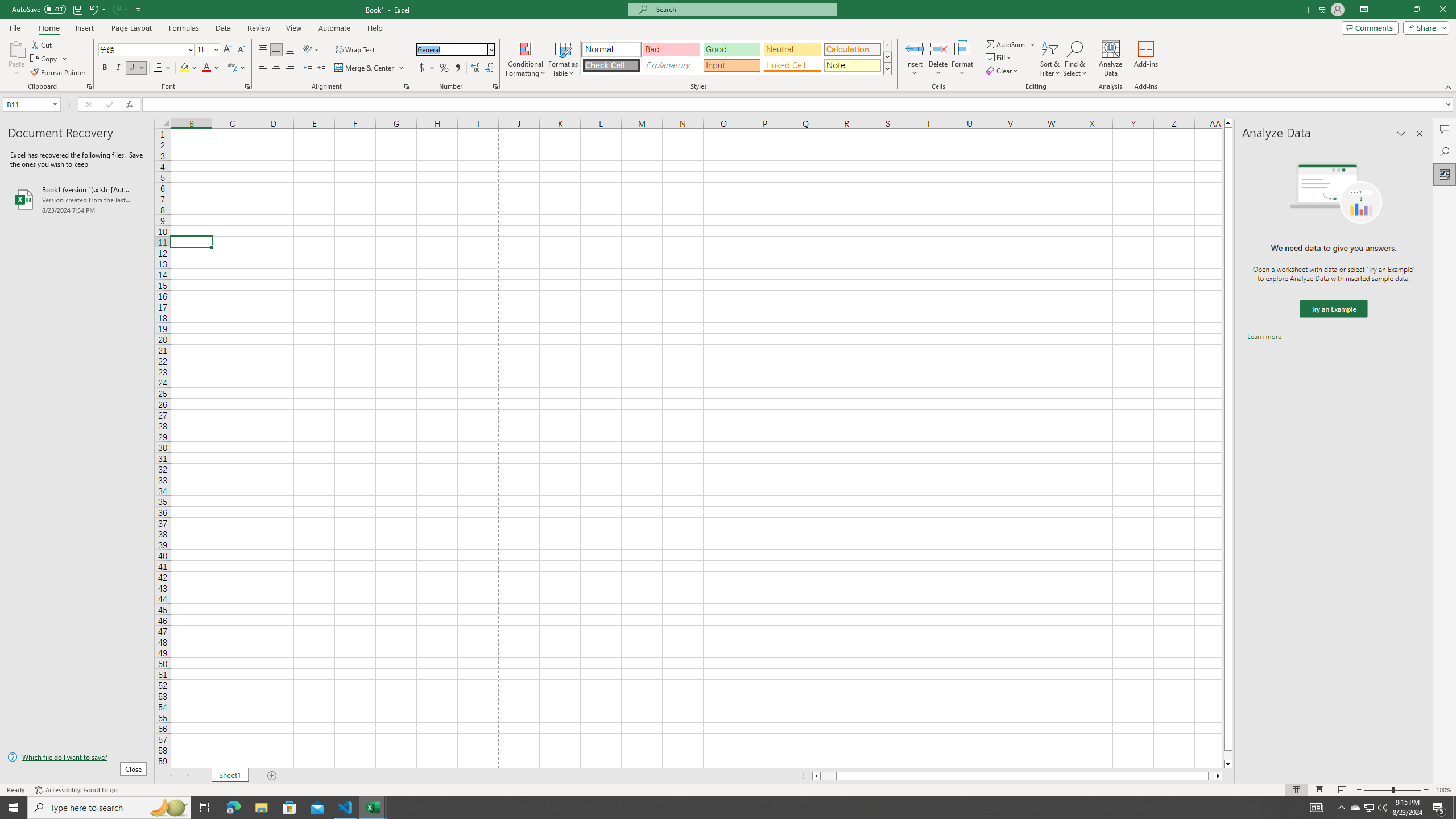  What do you see at coordinates (494, 85) in the screenshot?
I see `'Format Cell Number'` at bounding box center [494, 85].